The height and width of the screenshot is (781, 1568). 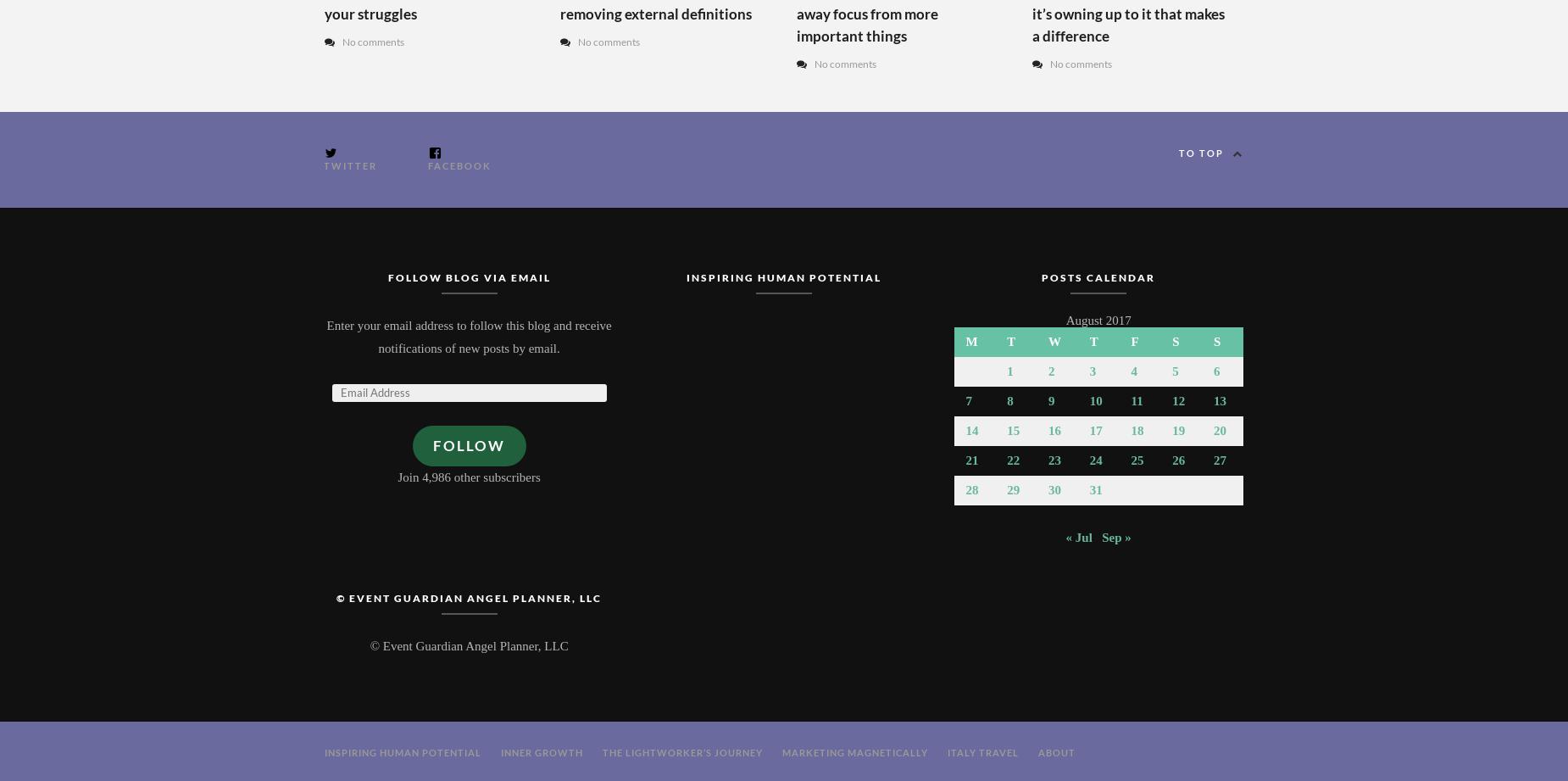 What do you see at coordinates (970, 489) in the screenshot?
I see `'28'` at bounding box center [970, 489].